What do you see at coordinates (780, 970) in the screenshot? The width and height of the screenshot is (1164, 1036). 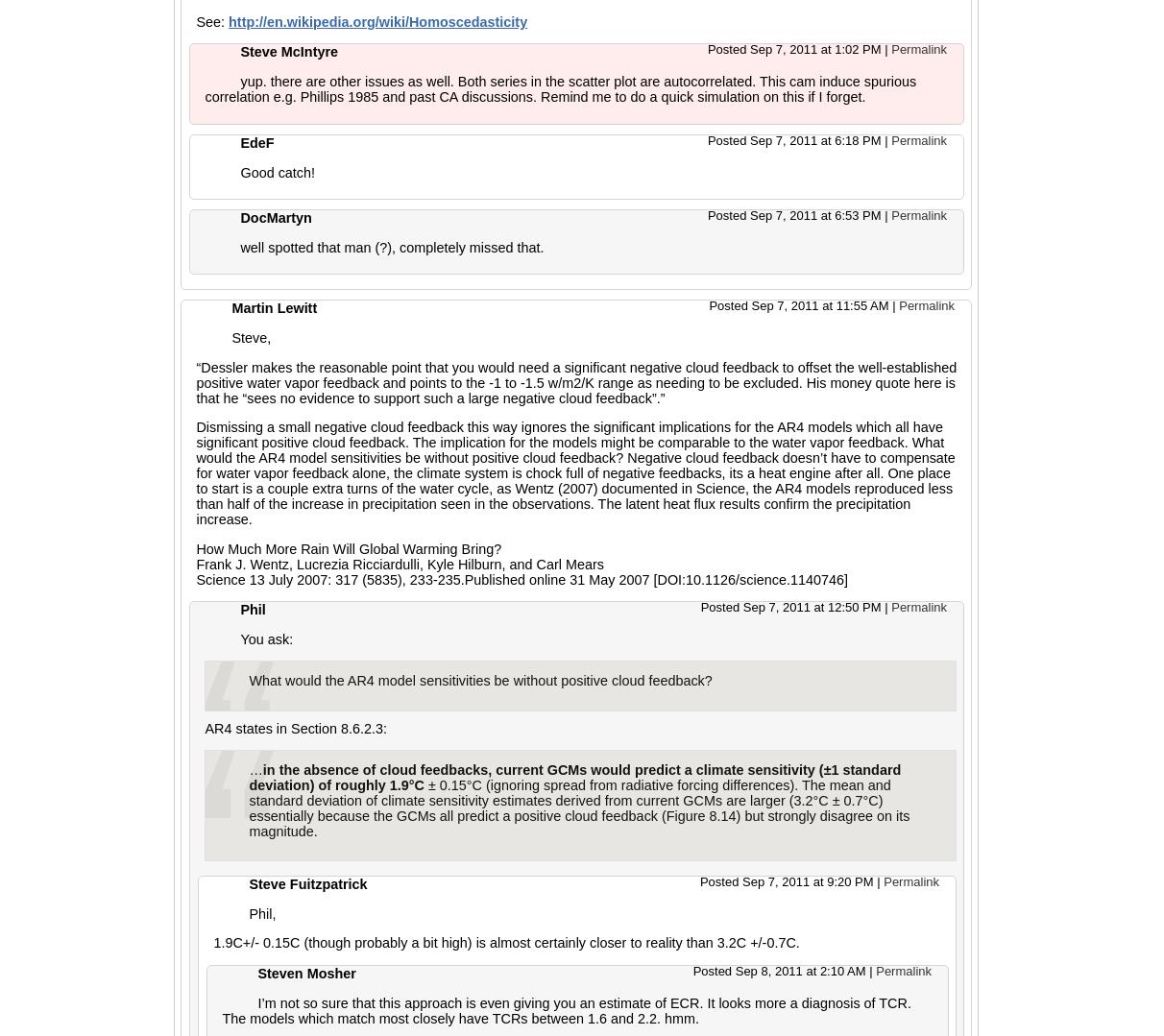 I see `'Posted Sep 8, 2011 at 2:10 AM'` at bounding box center [780, 970].